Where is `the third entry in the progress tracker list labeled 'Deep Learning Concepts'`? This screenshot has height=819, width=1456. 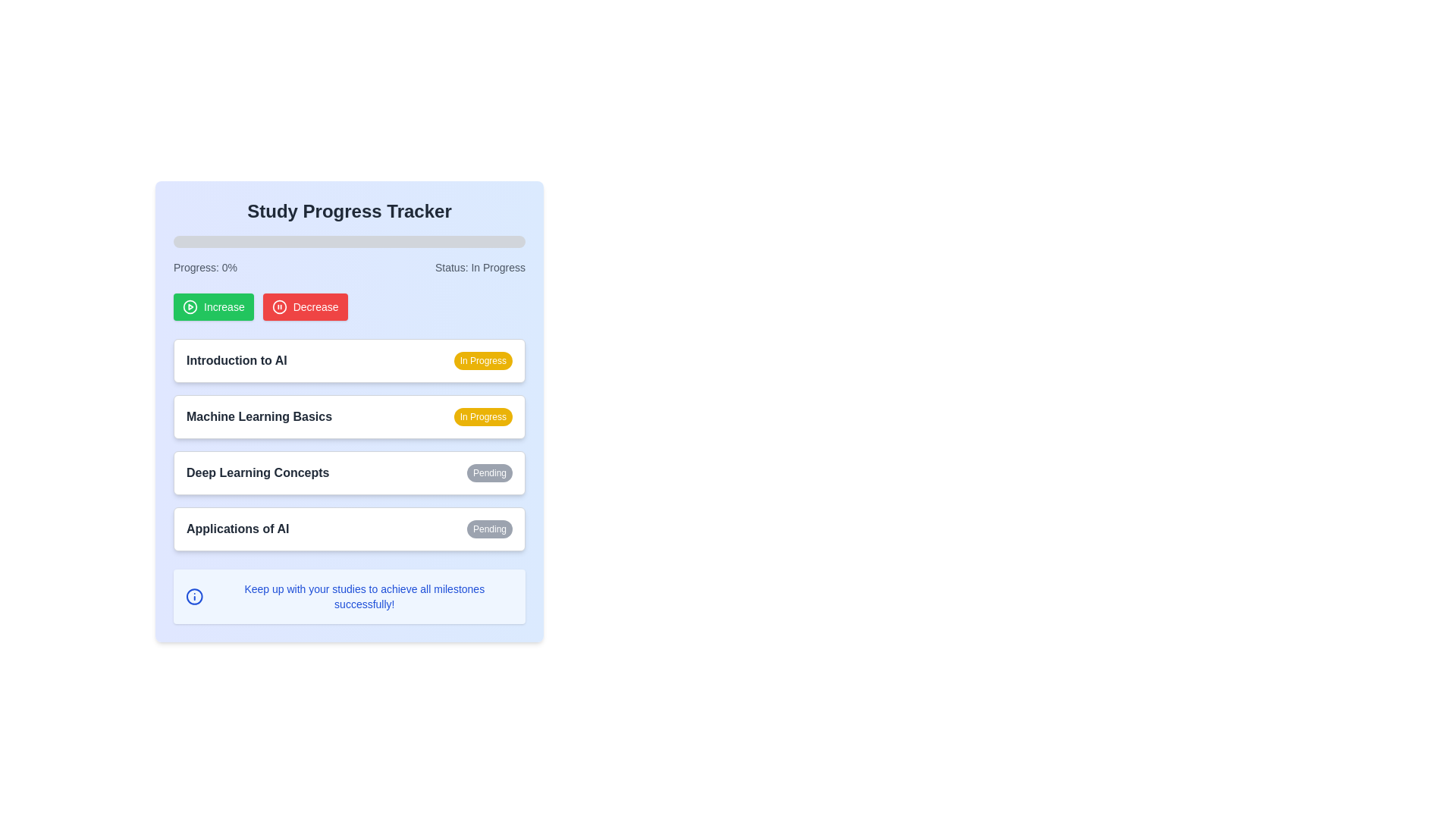
the third entry in the progress tracker list labeled 'Deep Learning Concepts' is located at coordinates (348, 472).